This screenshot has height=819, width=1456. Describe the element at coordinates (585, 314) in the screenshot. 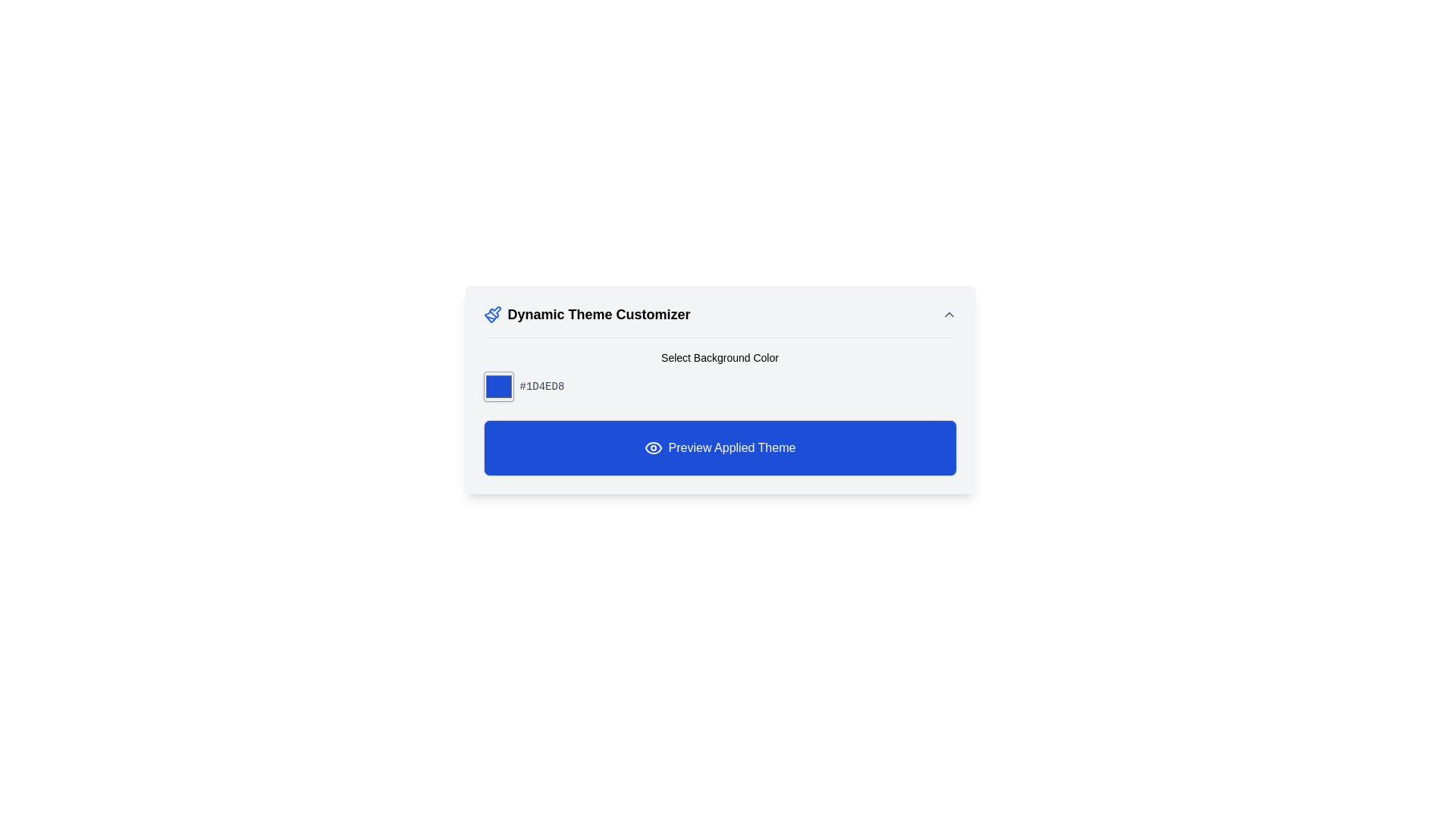

I see `text content of the Text label displaying 'Dynamic Theme Customizer' with a blue paintbrush icon to the left` at that location.